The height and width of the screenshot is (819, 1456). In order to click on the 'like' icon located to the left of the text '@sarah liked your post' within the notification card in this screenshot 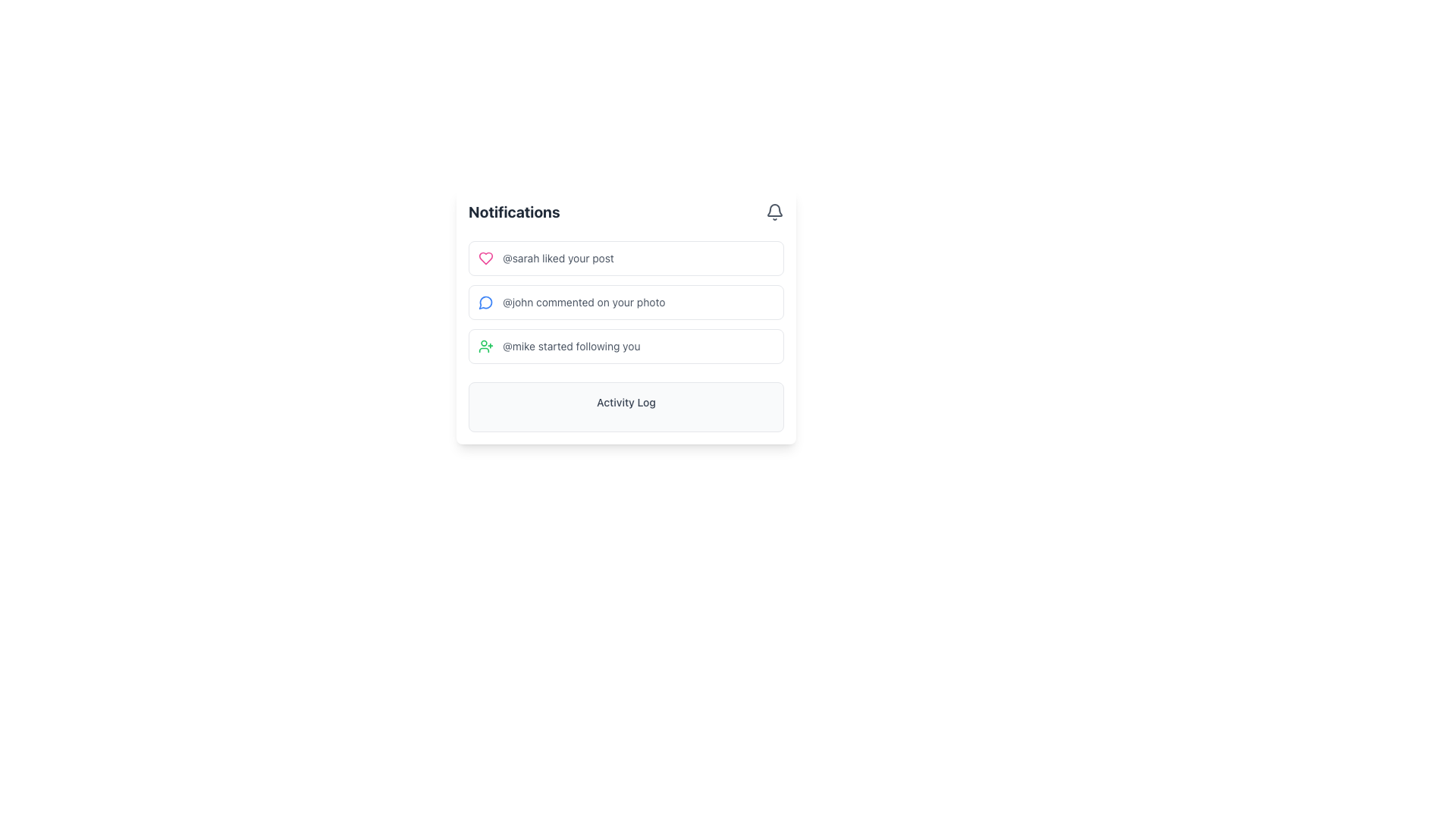, I will do `click(486, 257)`.